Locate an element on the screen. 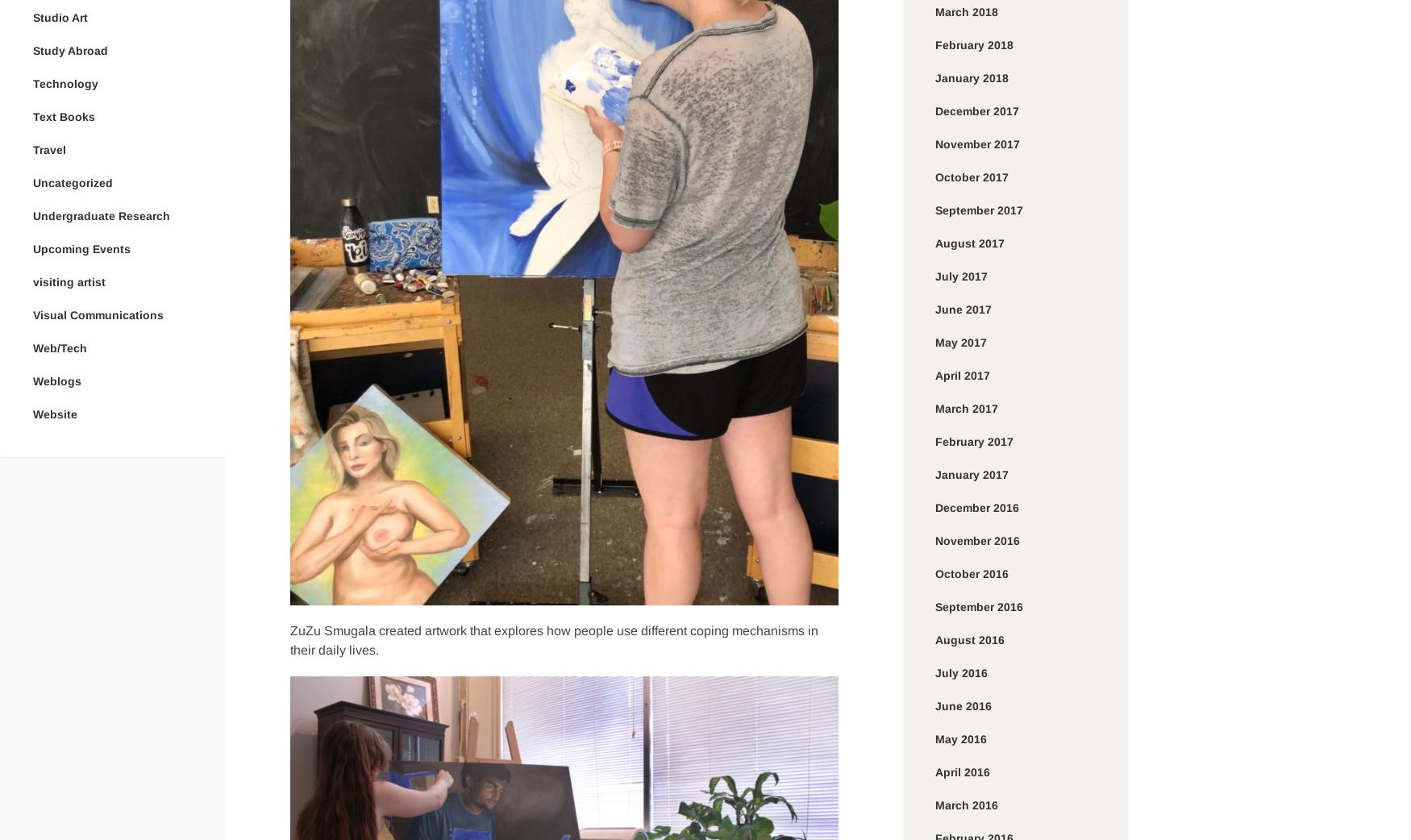  'Website' is located at coordinates (55, 413).